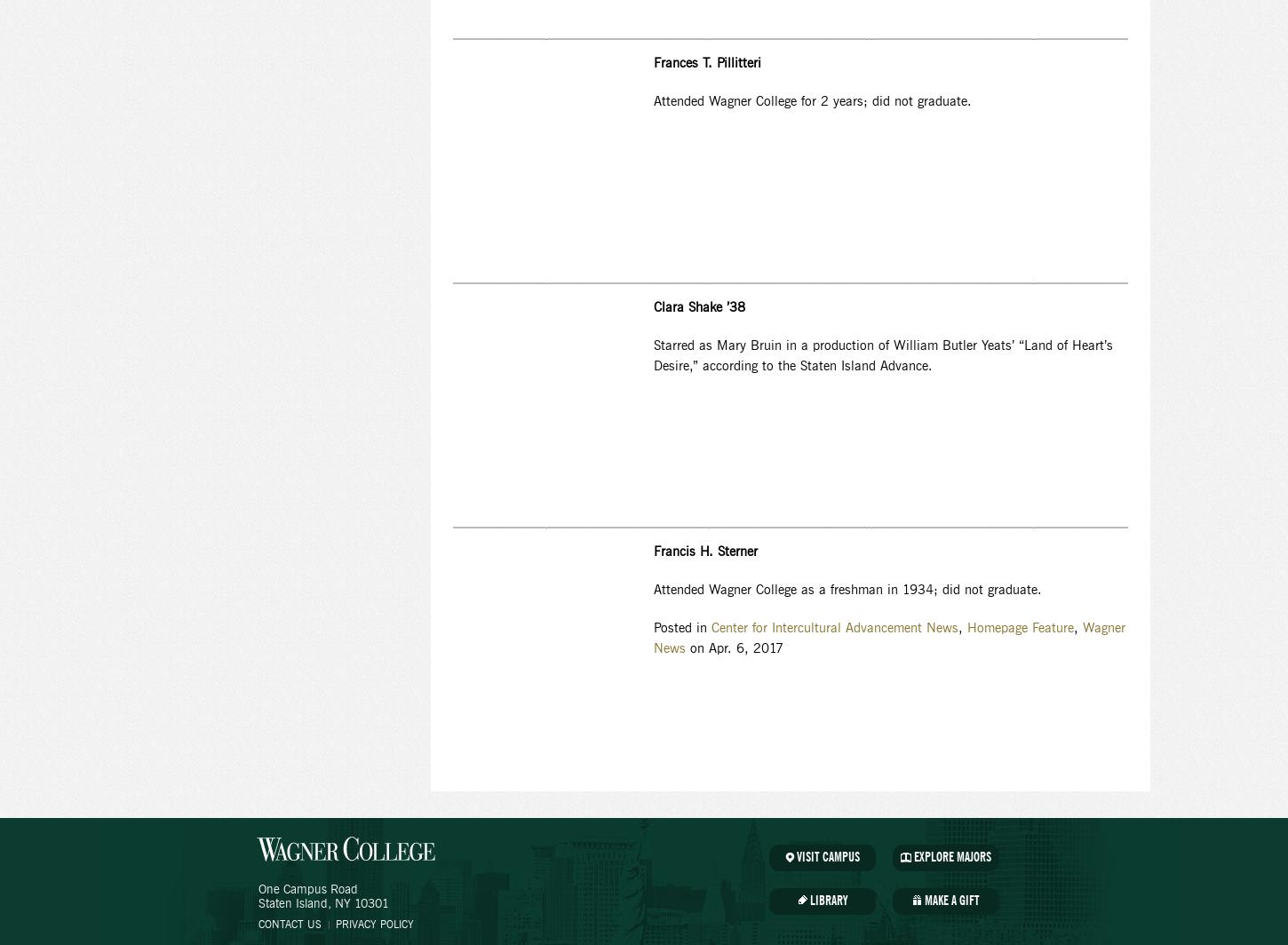  I want to click on 'Francis H. Sterner', so click(705, 552).